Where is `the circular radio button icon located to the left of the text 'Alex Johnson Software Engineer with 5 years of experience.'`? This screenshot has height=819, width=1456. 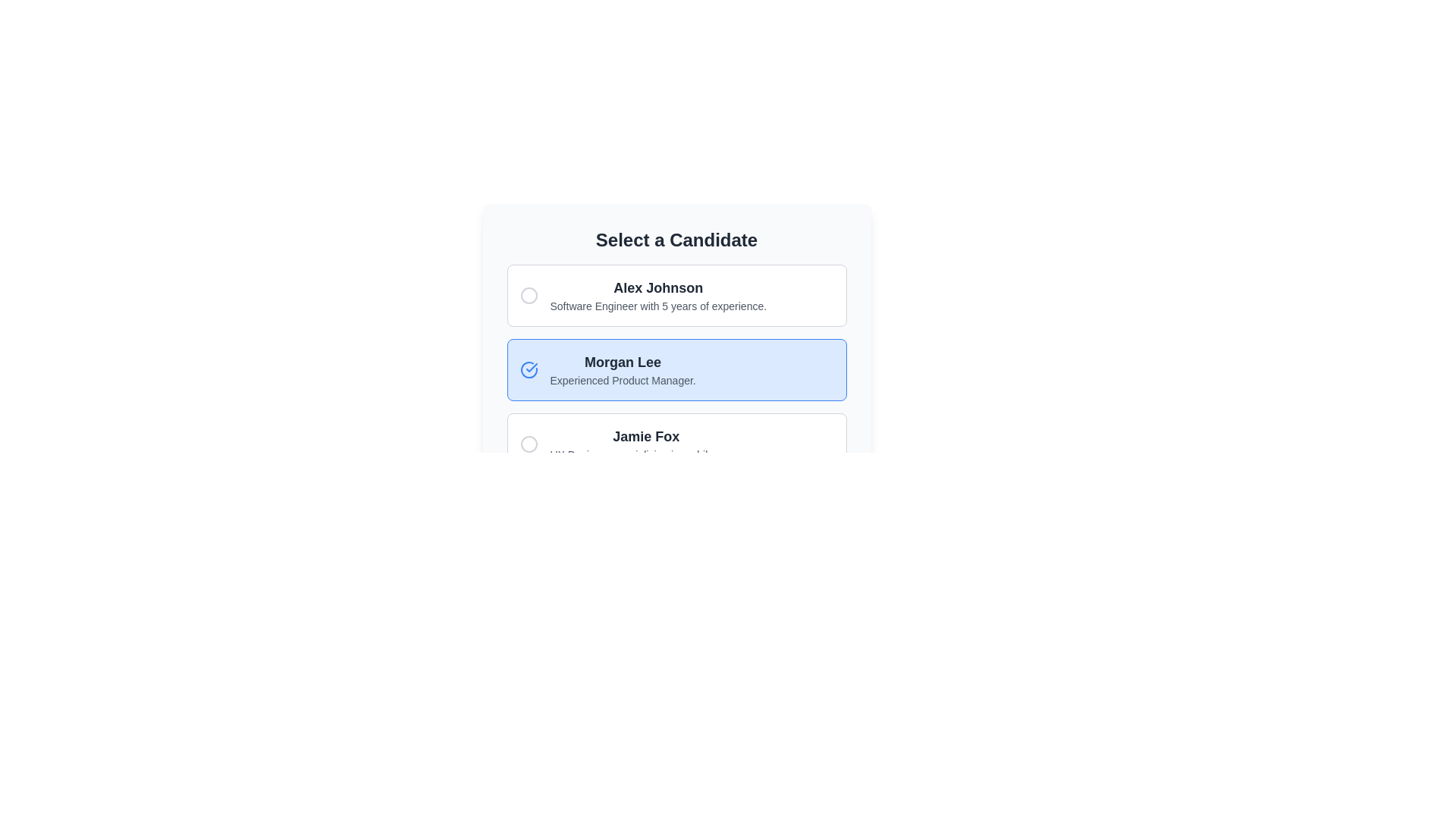 the circular radio button icon located to the left of the text 'Alex Johnson Software Engineer with 5 years of experience.' is located at coordinates (529, 295).